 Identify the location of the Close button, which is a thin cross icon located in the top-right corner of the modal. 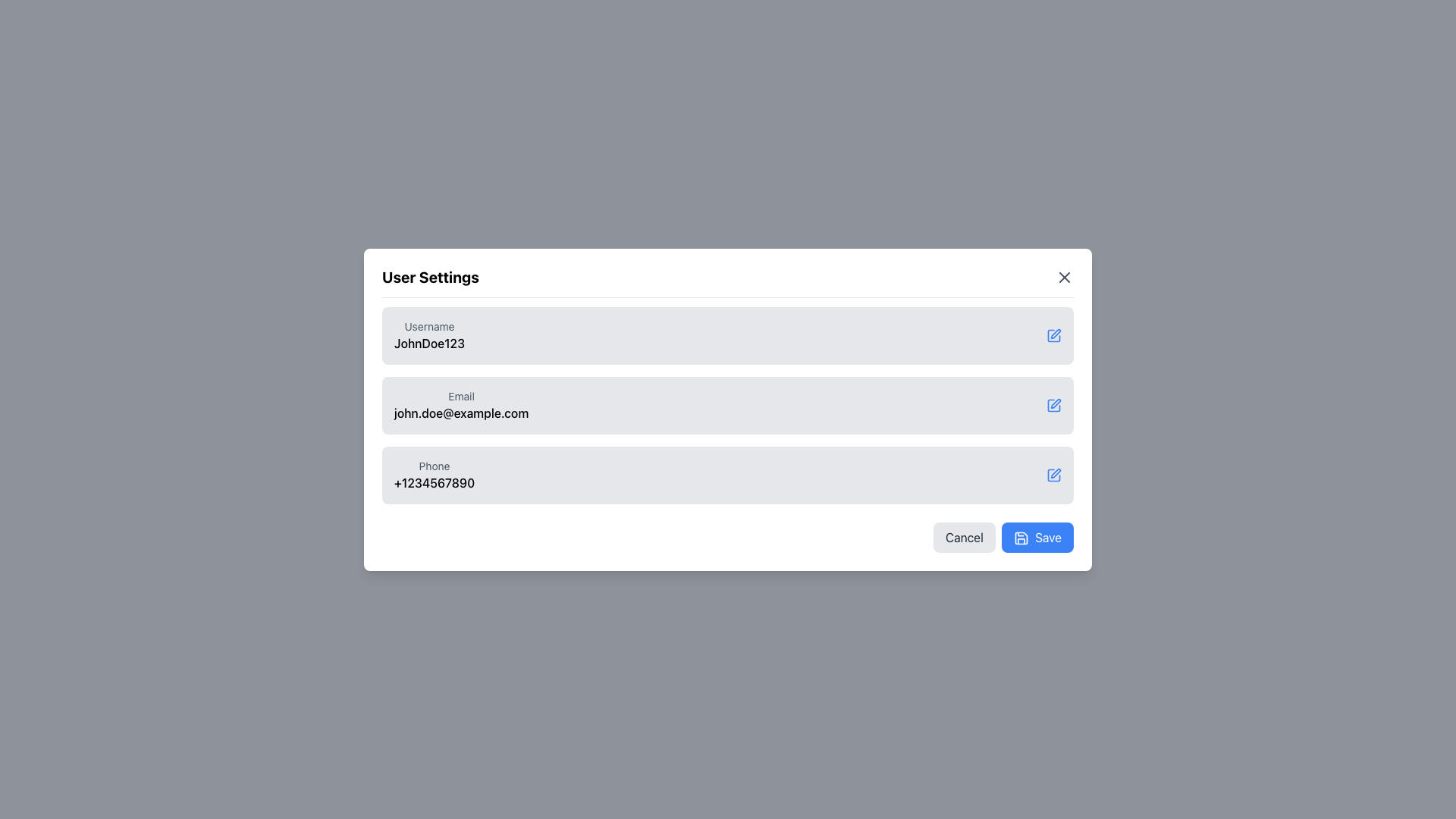
(1063, 277).